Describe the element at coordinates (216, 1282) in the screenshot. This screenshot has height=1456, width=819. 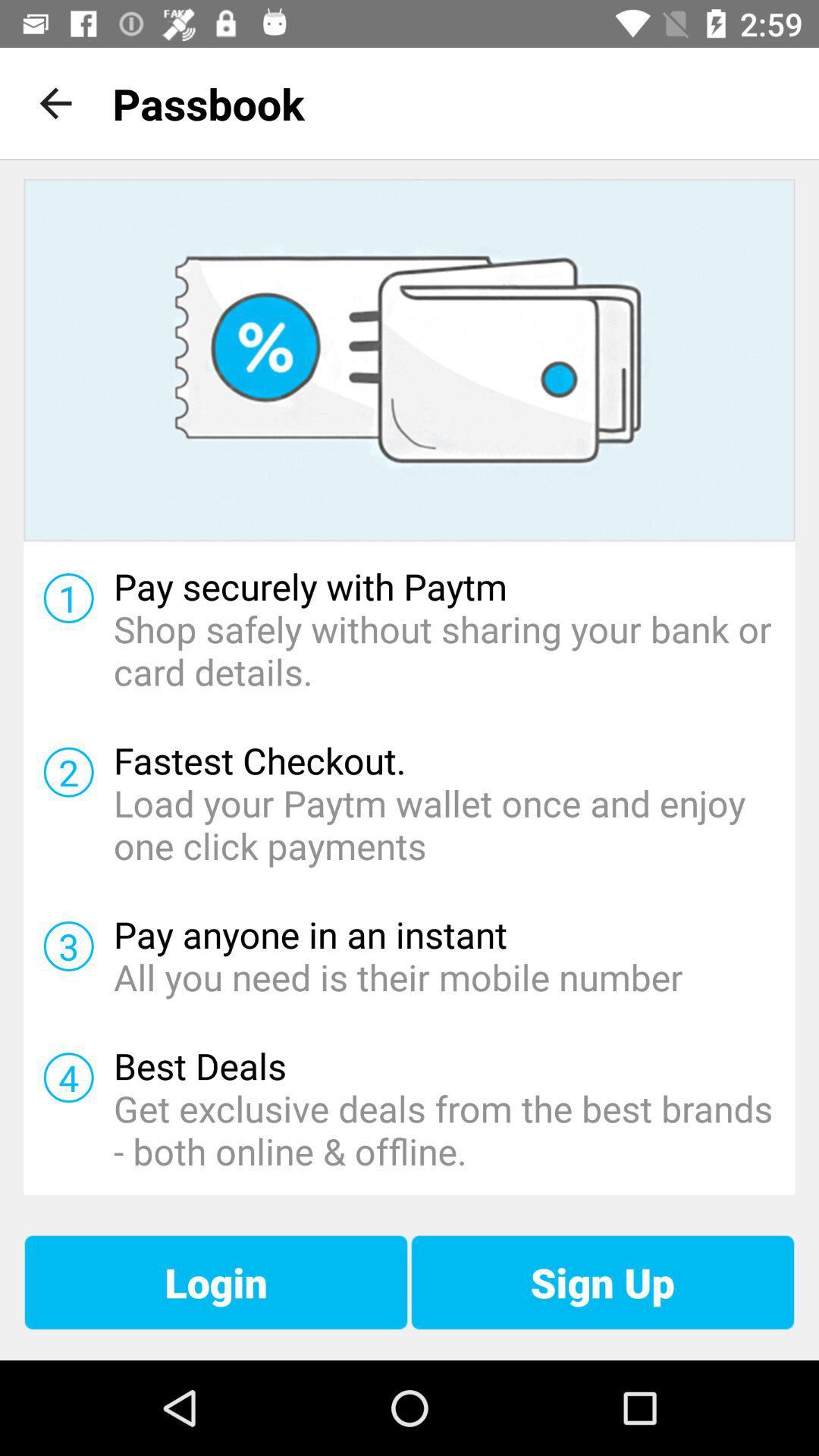
I see `item to the left of sign up` at that location.